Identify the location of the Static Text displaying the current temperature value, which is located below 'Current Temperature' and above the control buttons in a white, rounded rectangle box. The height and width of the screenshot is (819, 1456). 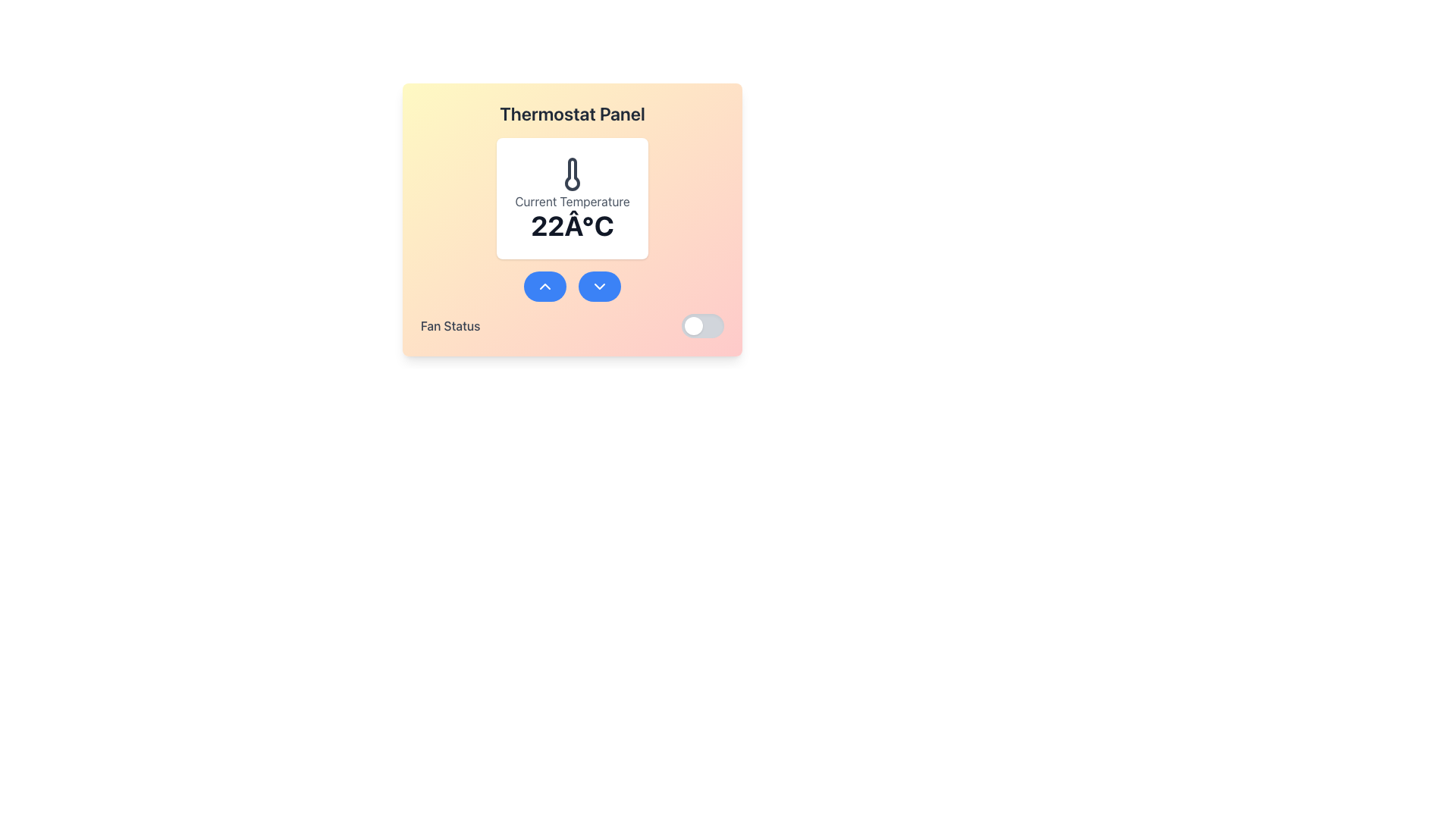
(571, 225).